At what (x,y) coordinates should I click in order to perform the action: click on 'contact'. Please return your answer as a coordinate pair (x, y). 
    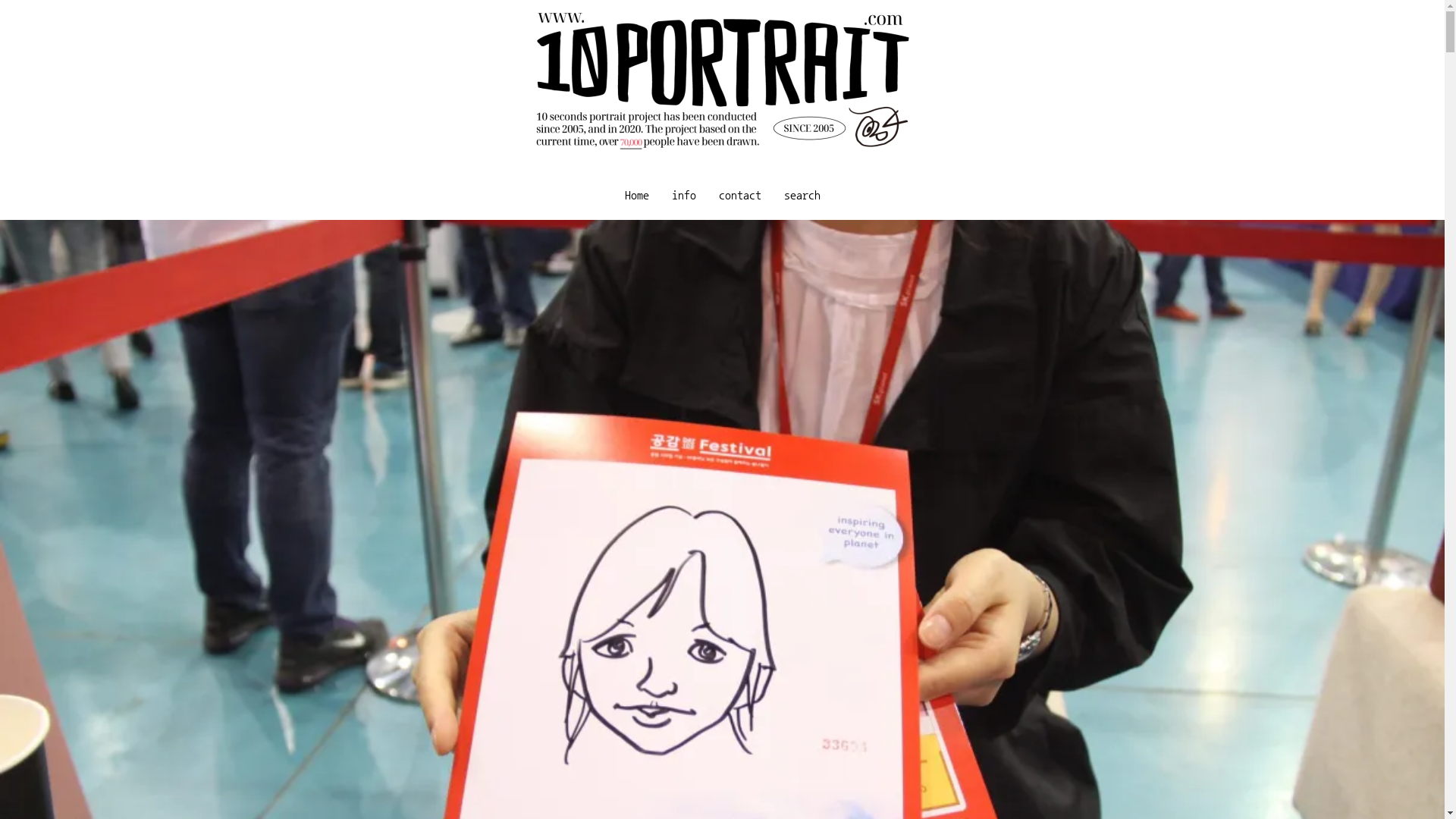
    Looking at the image, I should click on (739, 194).